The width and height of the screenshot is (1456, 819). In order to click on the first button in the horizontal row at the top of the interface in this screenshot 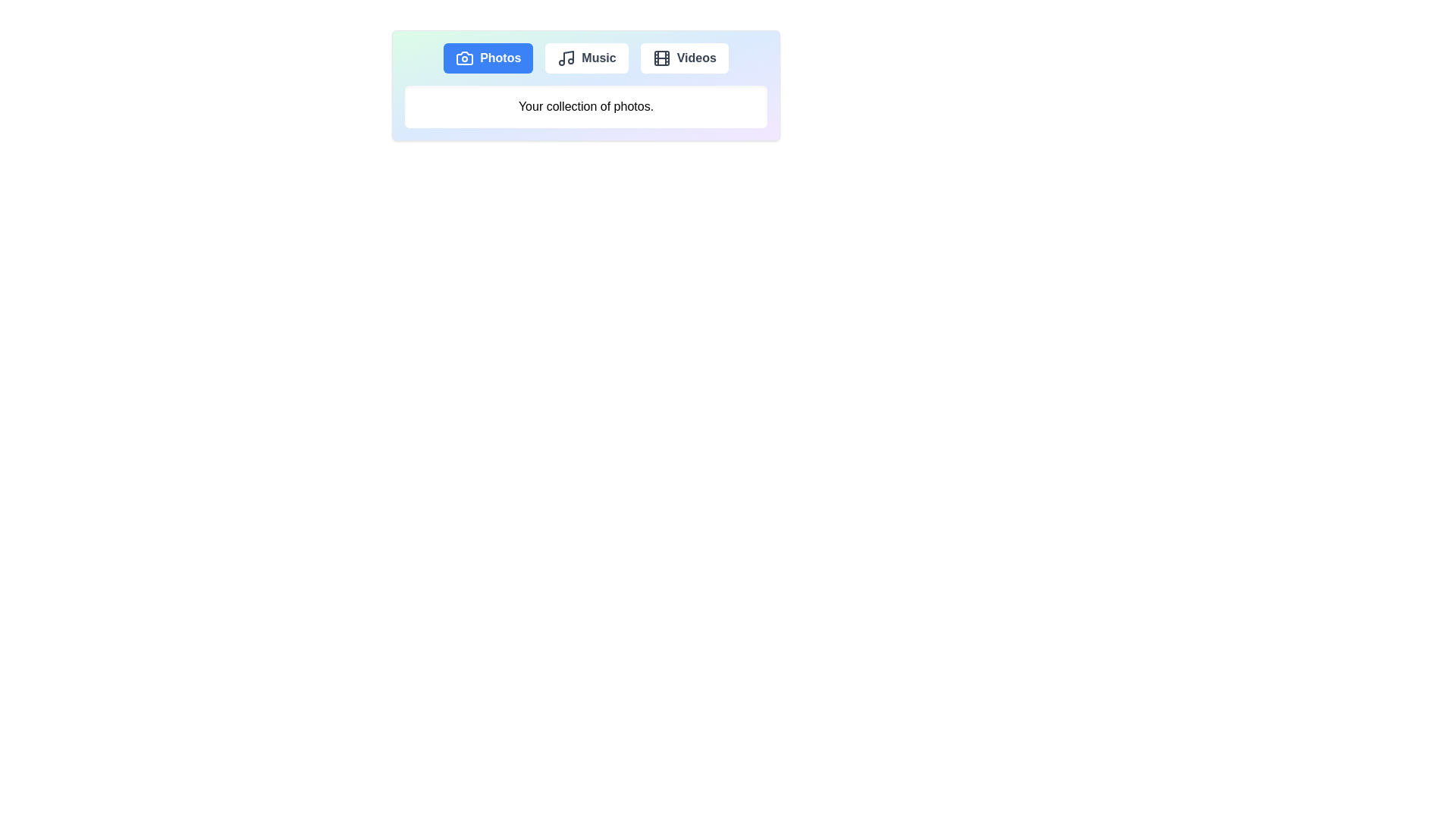, I will do `click(488, 58)`.